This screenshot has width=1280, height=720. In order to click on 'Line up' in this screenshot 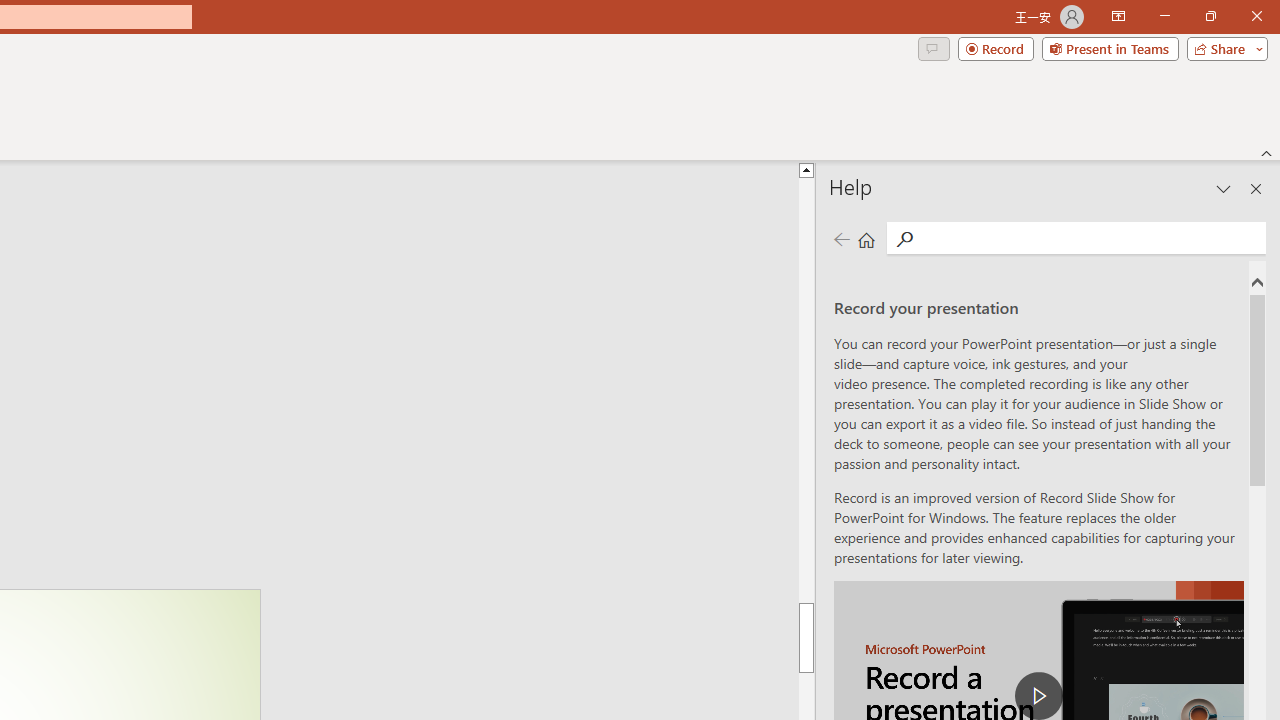, I will do `click(1266, 136)`.